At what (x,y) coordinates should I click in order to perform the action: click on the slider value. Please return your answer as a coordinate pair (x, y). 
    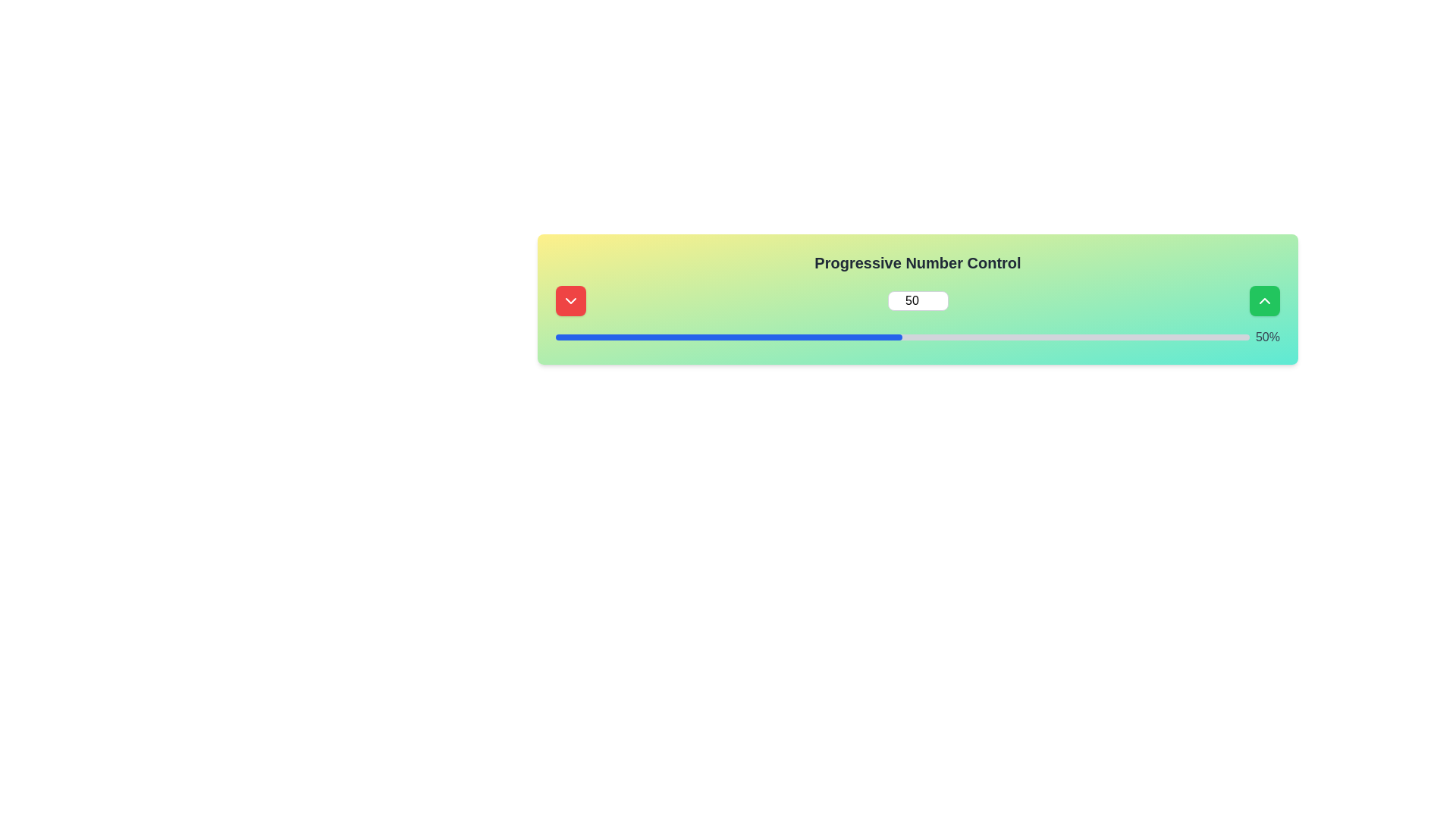
    Looking at the image, I should click on (558, 336).